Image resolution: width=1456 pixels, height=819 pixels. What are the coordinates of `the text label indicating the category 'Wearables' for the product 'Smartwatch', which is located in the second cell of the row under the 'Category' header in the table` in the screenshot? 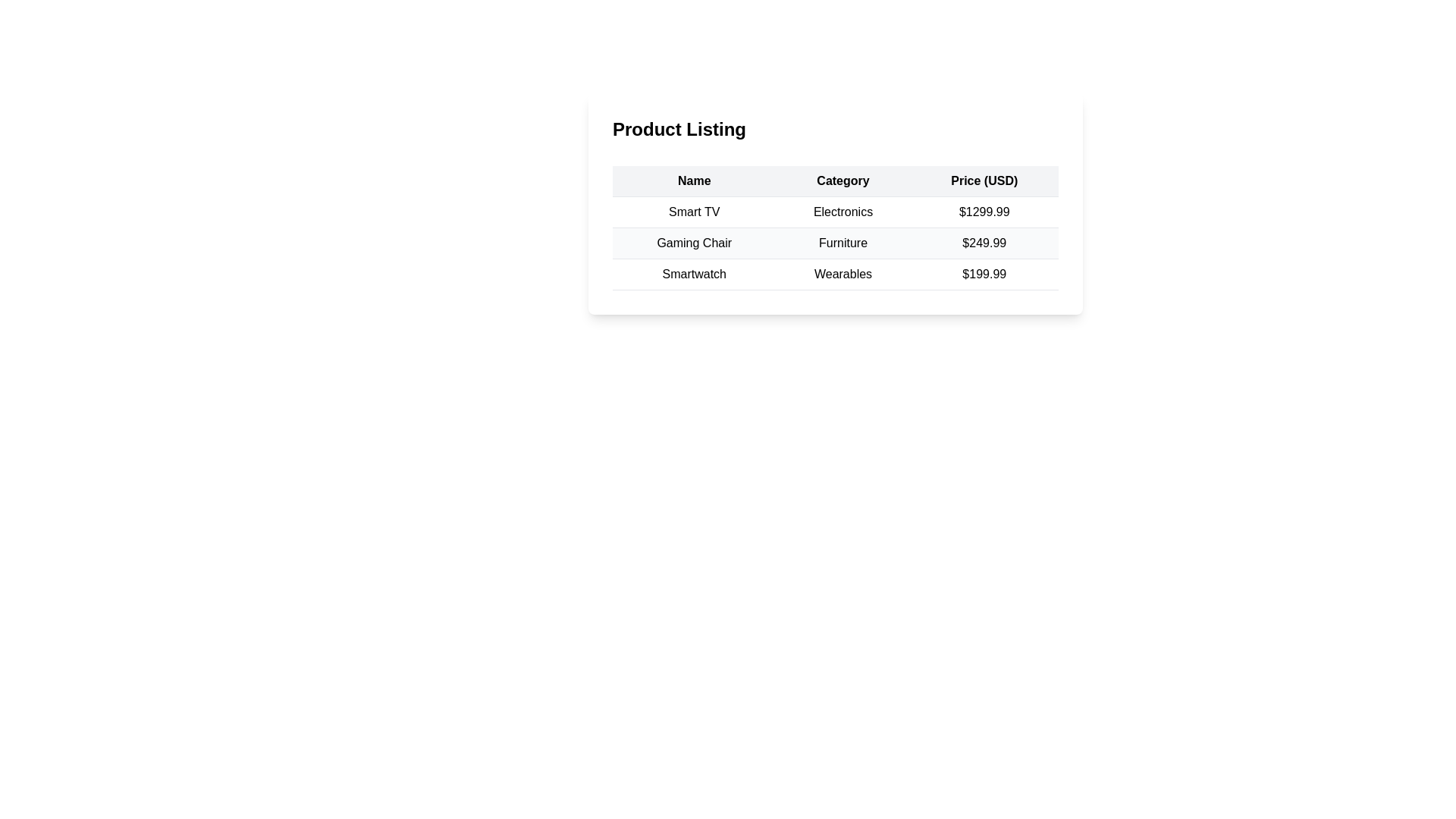 It's located at (843, 275).